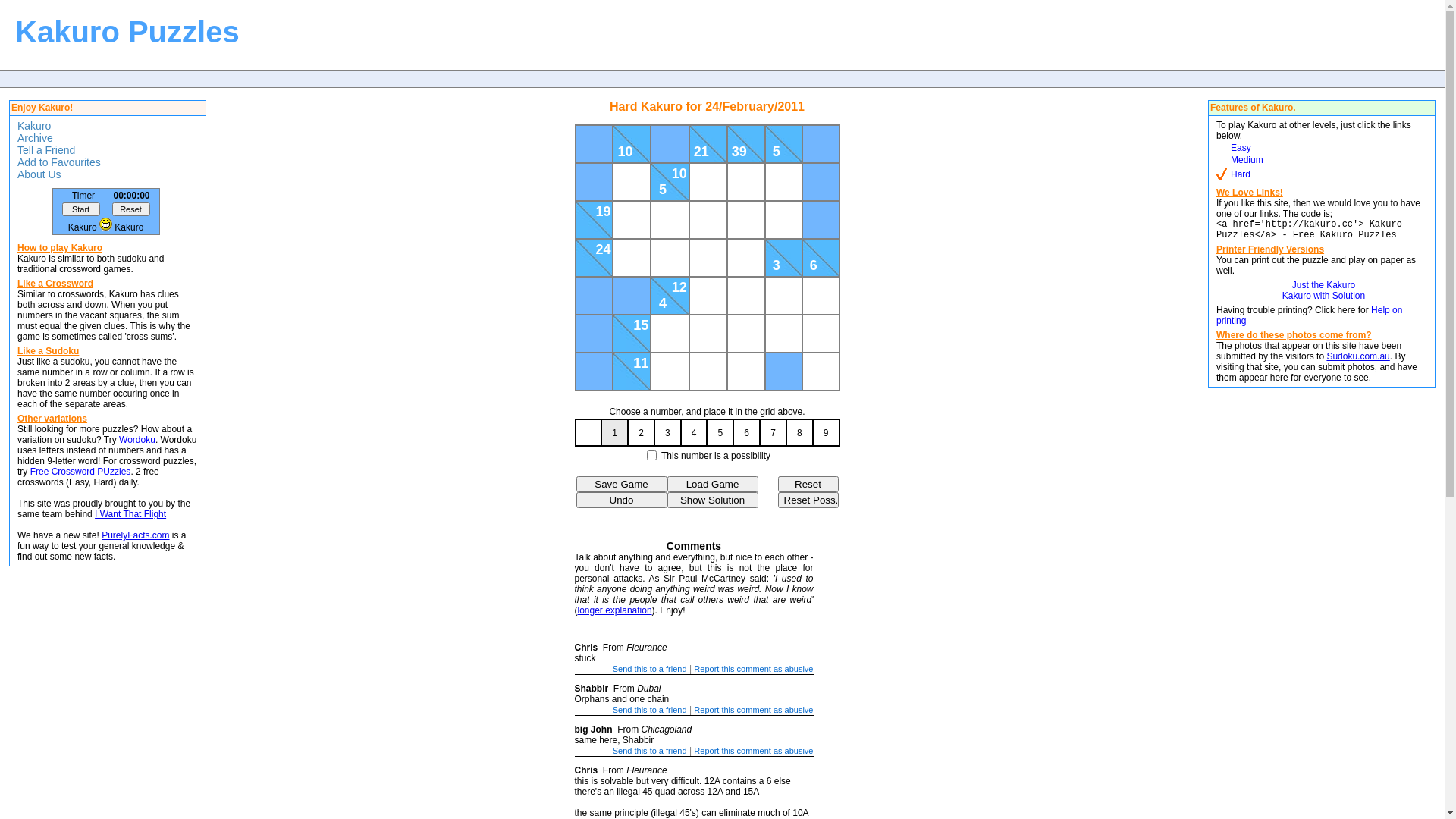  Describe the element at coordinates (650, 668) in the screenshot. I see `'Send this to a friend'` at that location.